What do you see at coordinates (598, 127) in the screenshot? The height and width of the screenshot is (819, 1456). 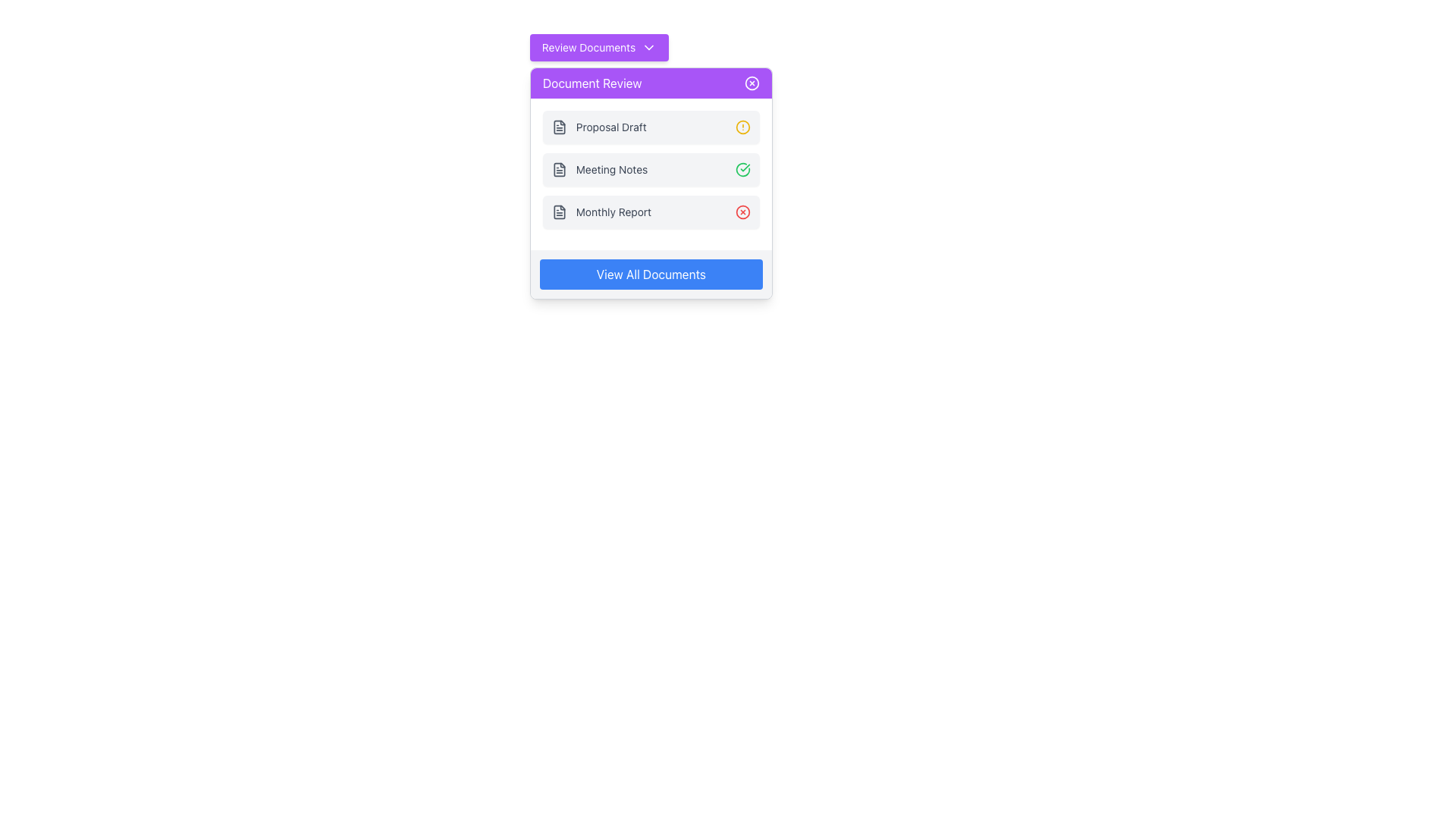 I see `the List item with text 'Proposal Draft' and a small gray document icon, which is the first item in the 'Document Review' panel` at bounding box center [598, 127].